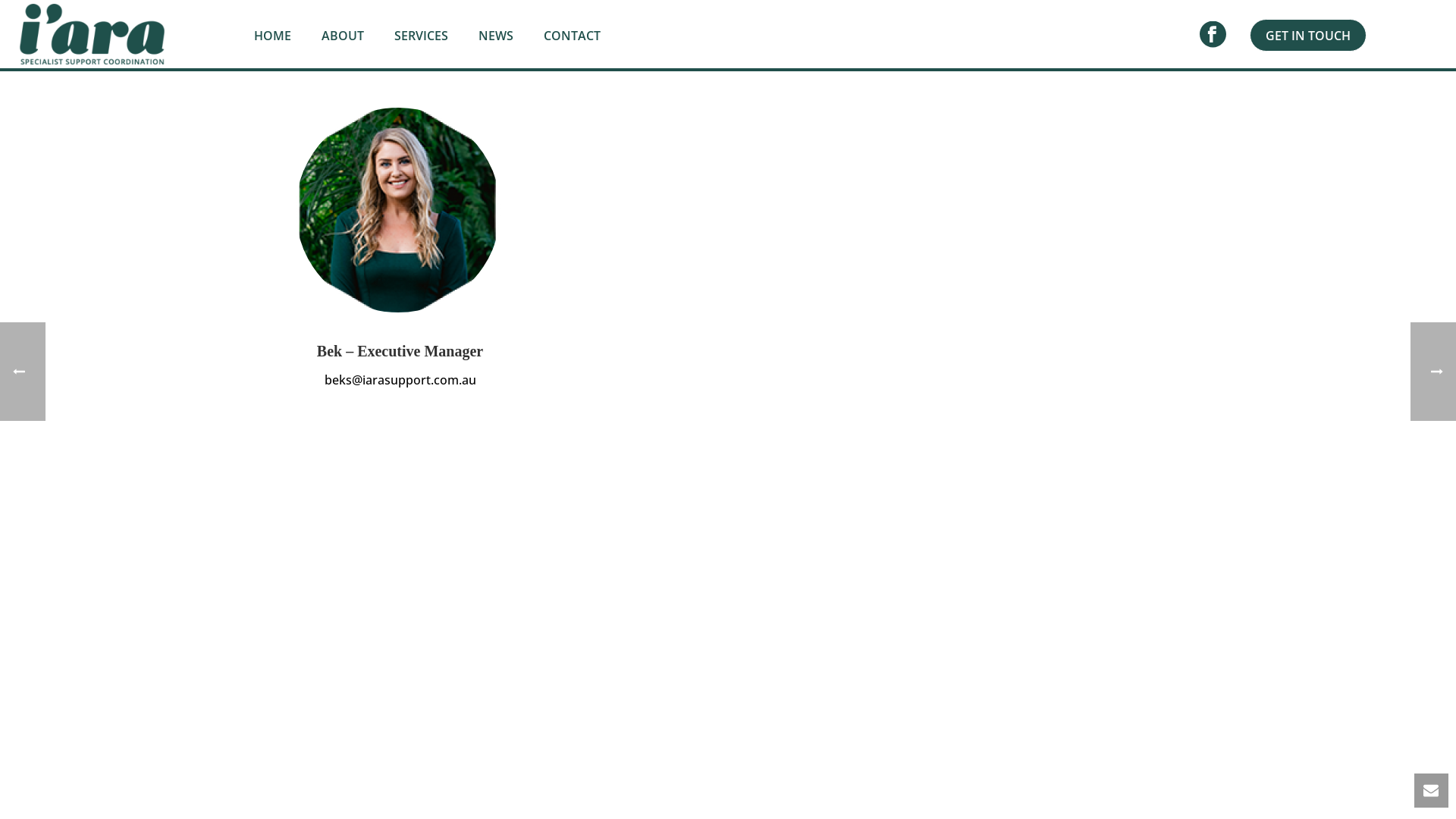 The image size is (1456, 819). What do you see at coordinates (495, 34) in the screenshot?
I see `'NEWS'` at bounding box center [495, 34].